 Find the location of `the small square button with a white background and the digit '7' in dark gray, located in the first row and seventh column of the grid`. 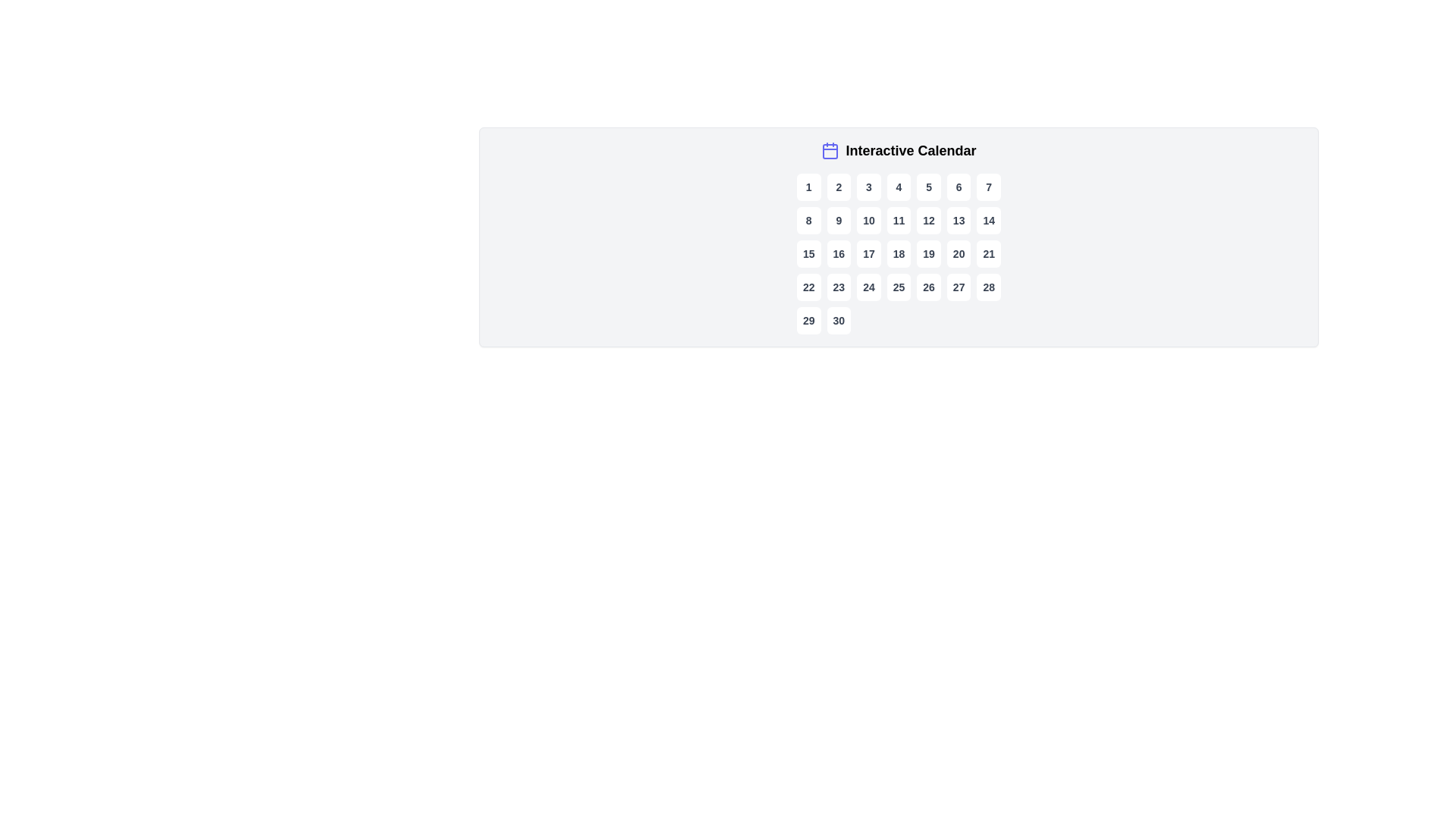

the small square button with a white background and the digit '7' in dark gray, located in the first row and seventh column of the grid is located at coordinates (989, 186).